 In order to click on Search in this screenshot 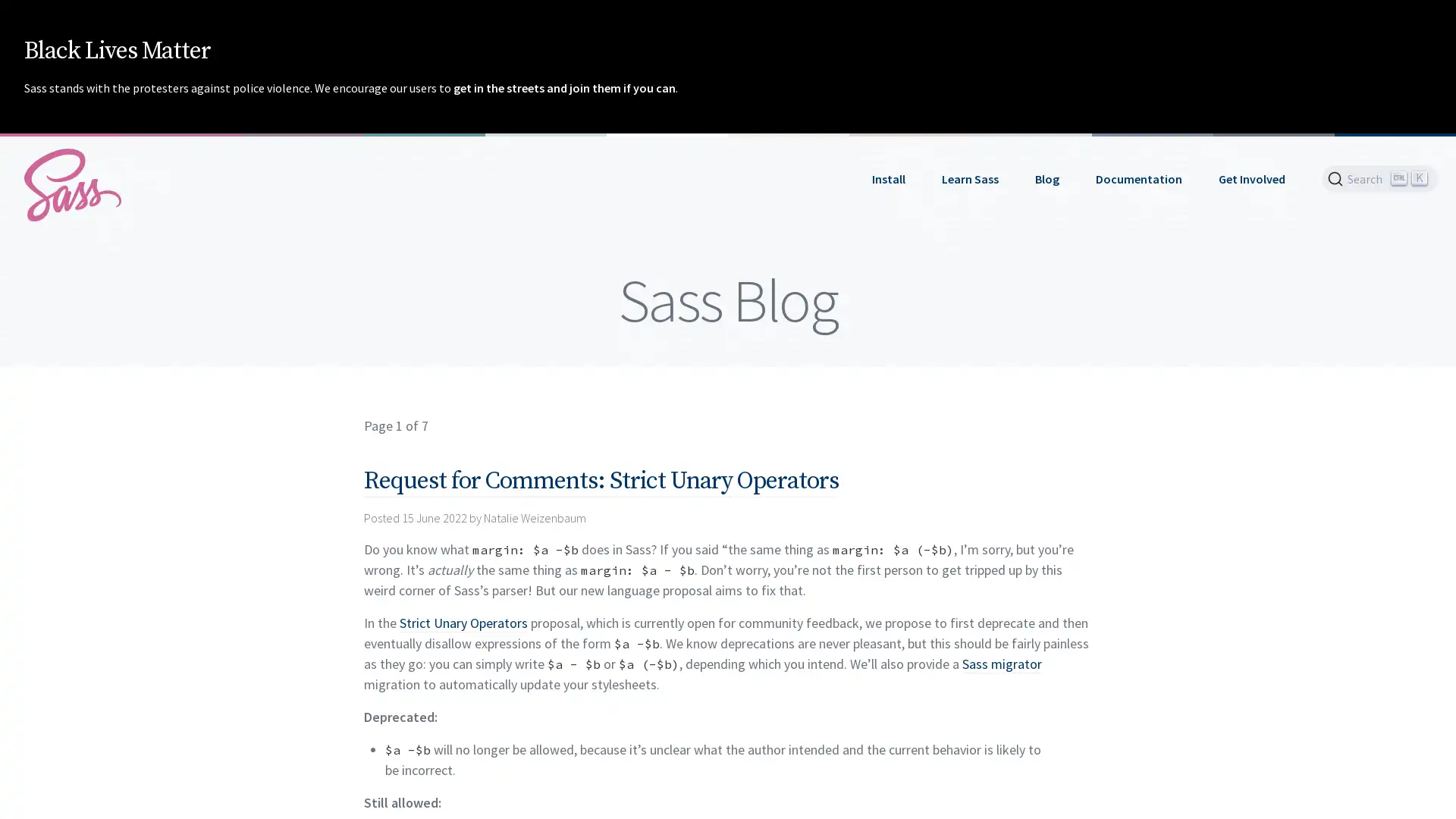, I will do `click(1379, 177)`.